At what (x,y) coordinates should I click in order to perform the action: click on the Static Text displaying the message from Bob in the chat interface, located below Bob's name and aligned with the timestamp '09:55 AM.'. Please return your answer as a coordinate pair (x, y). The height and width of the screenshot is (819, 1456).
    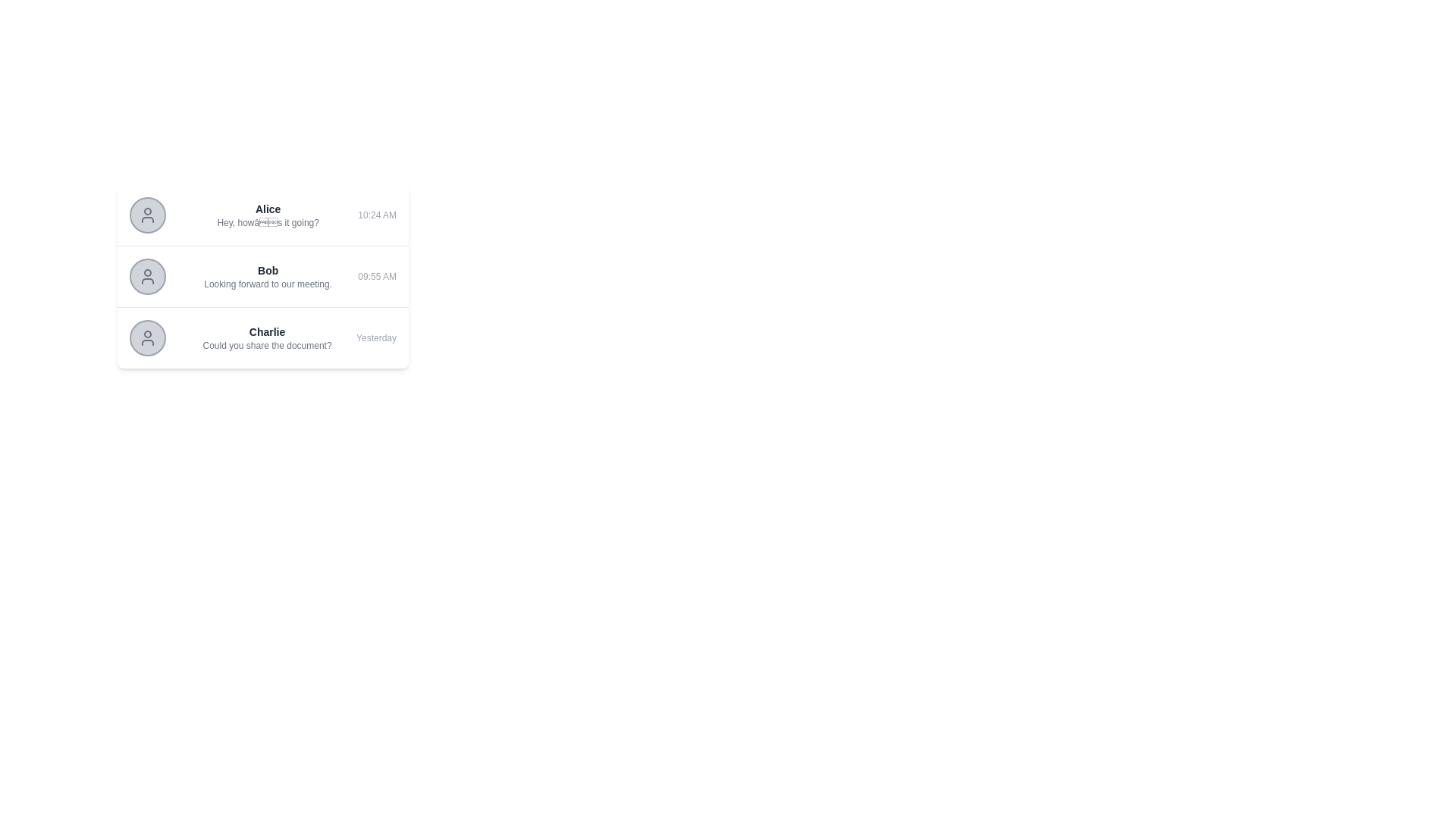
    Looking at the image, I should click on (268, 284).